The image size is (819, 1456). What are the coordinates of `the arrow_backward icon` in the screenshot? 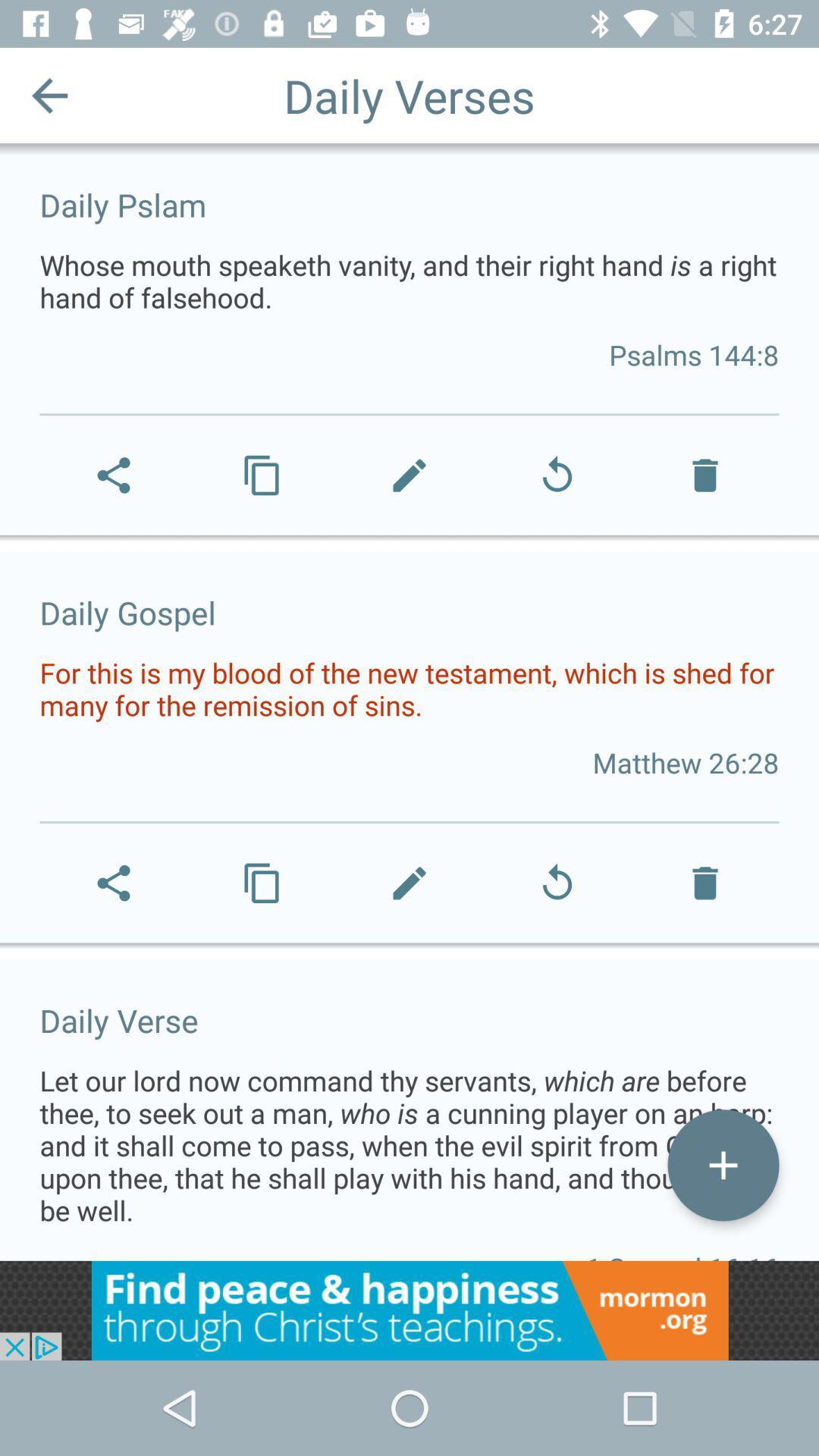 It's located at (49, 94).